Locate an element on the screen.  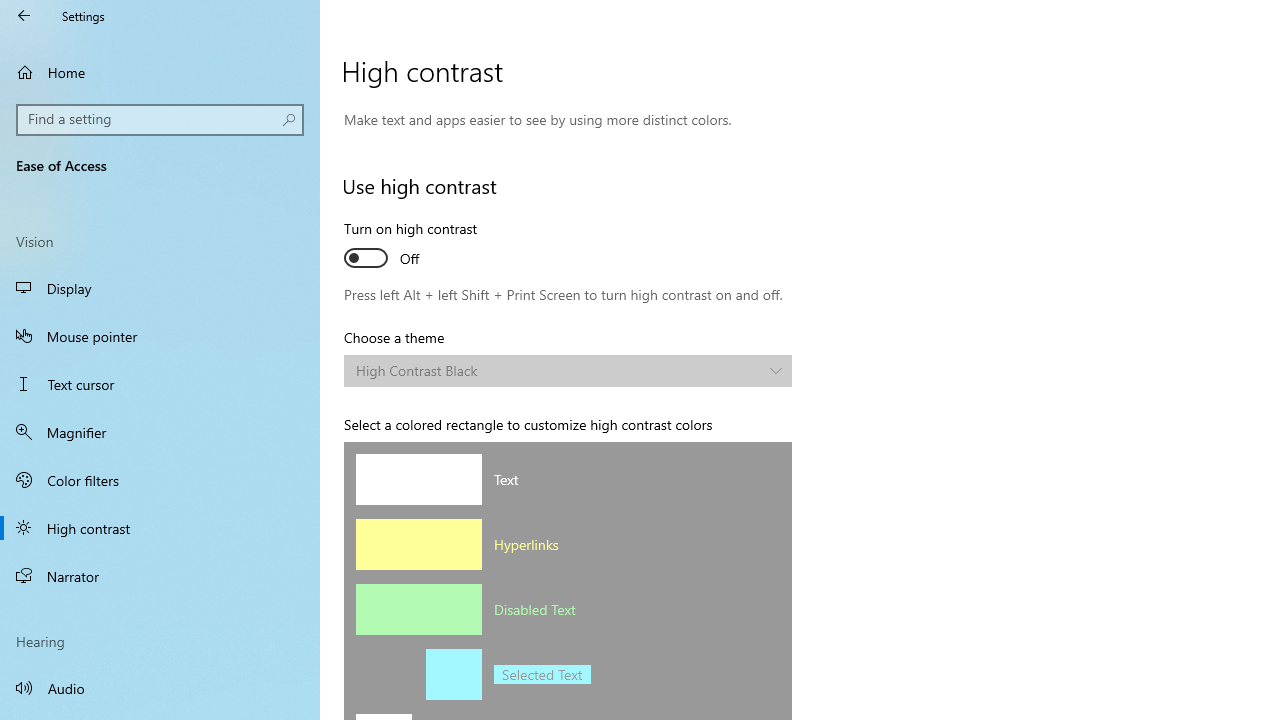
'Back' is located at coordinates (24, 15).